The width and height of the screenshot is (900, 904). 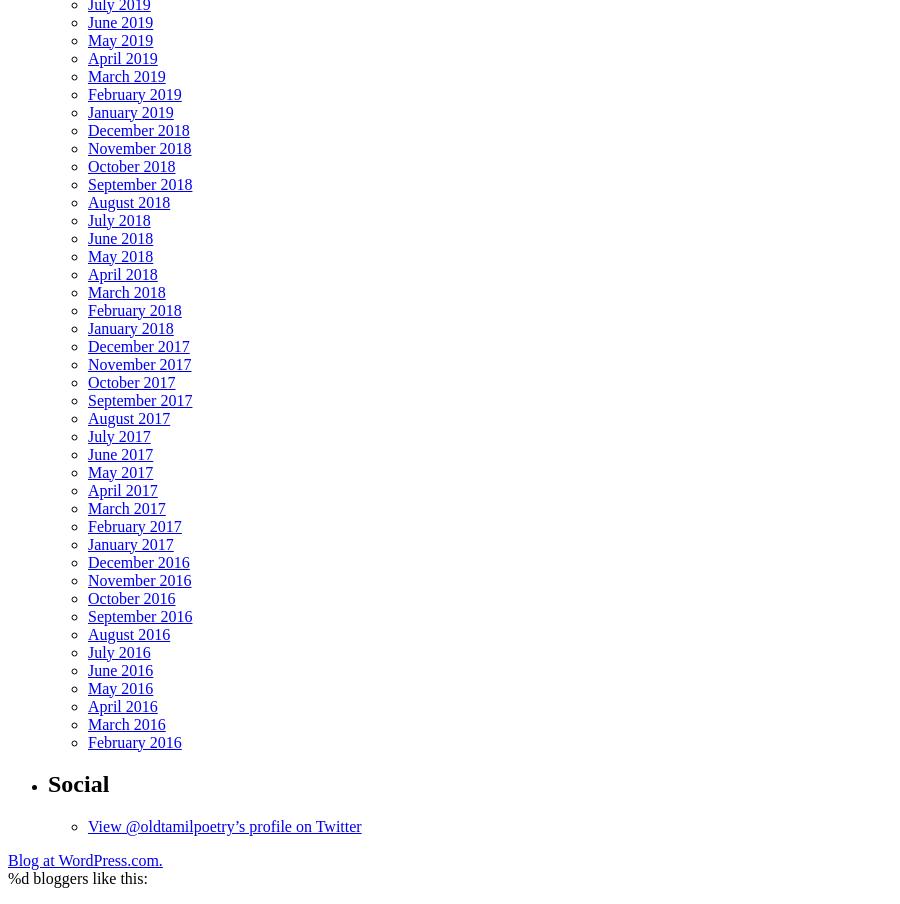 I want to click on 'March 2019', so click(x=126, y=75).